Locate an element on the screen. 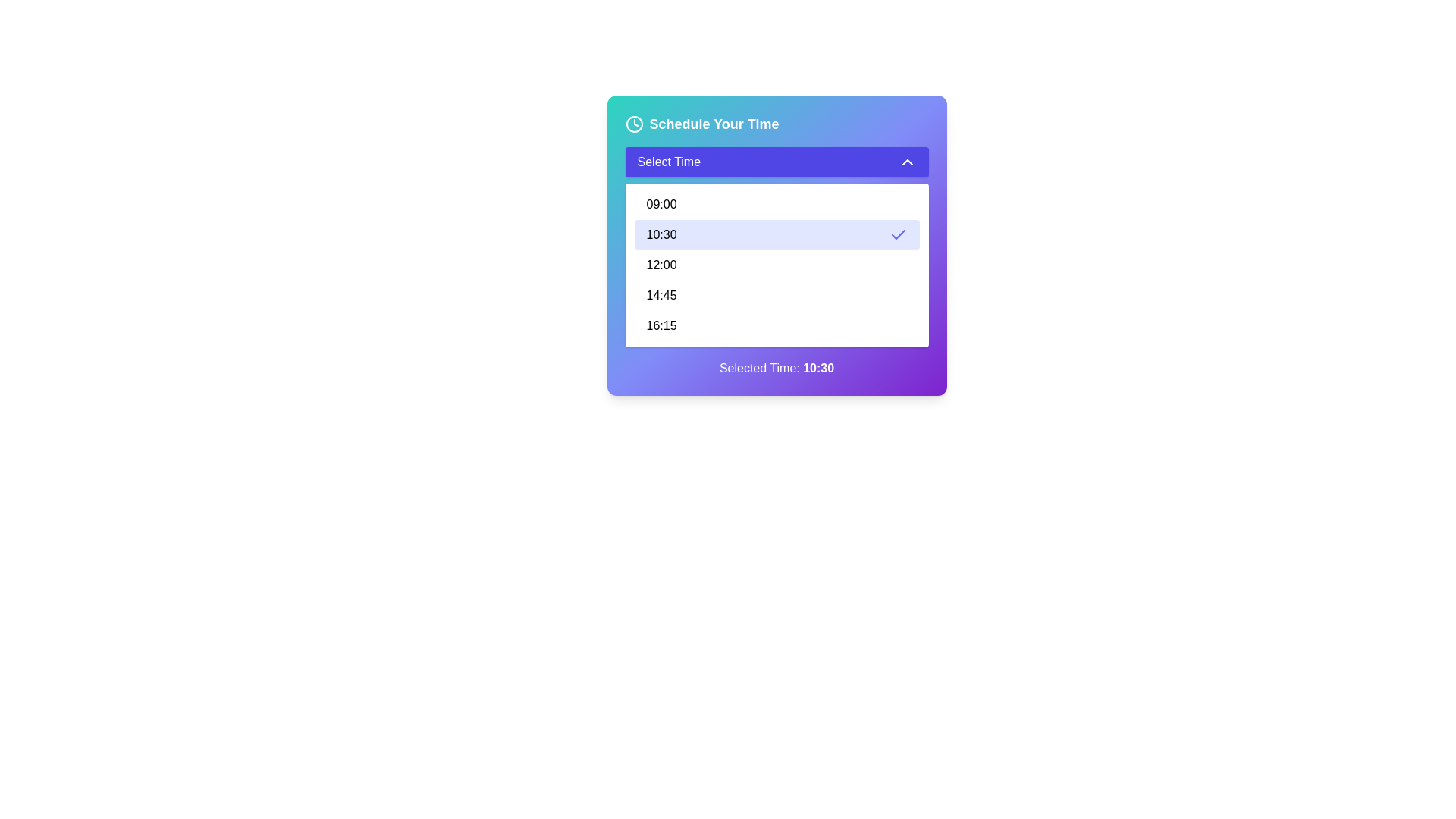 Image resolution: width=1456 pixels, height=819 pixels. the static text label for the time option '14:45' in the scheduler dropdown menu is located at coordinates (661, 295).